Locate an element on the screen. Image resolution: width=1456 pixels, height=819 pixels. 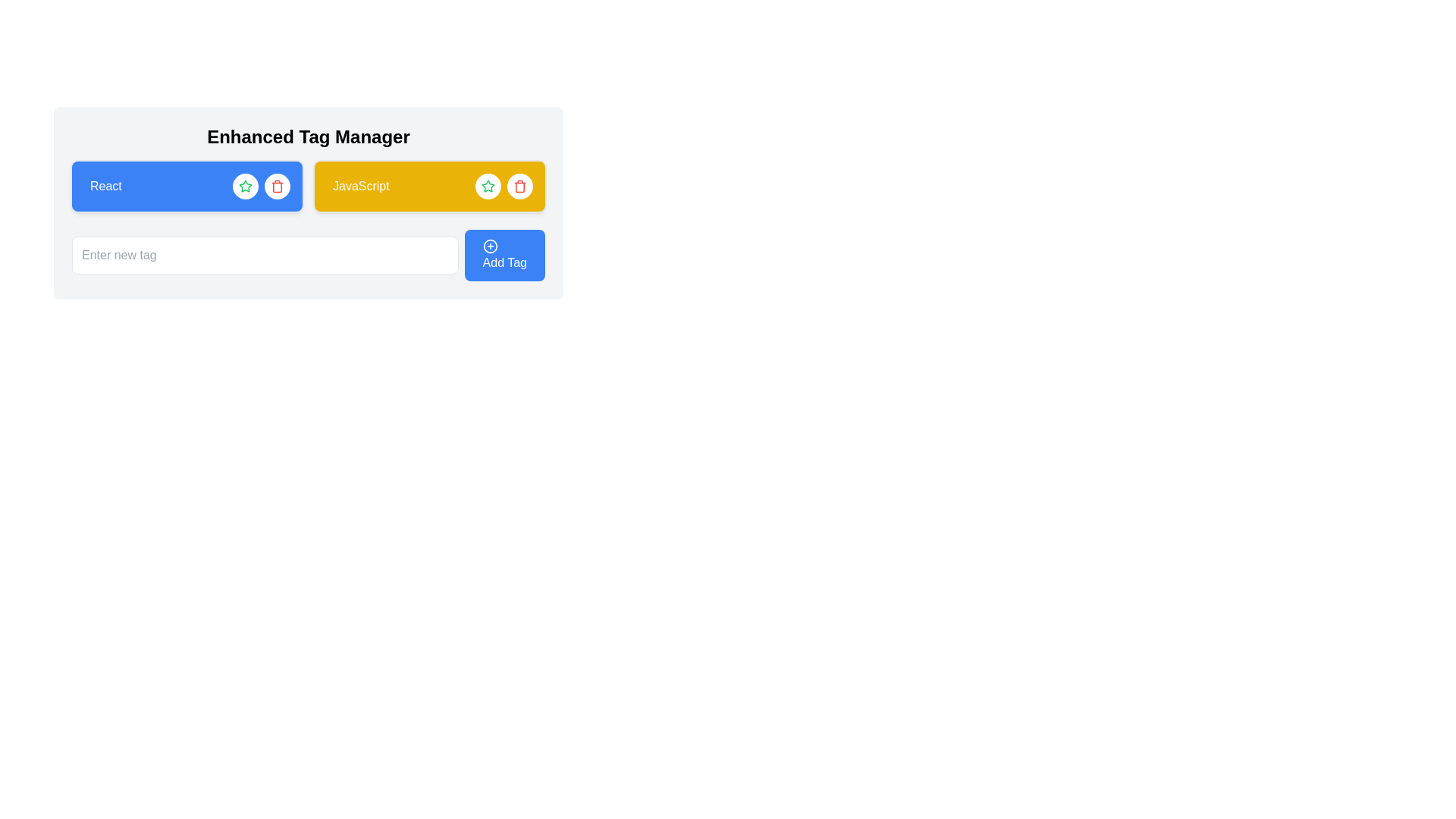
the SVG trash icon located at the center of the yellow 'JavaScript' tag is located at coordinates (277, 186).